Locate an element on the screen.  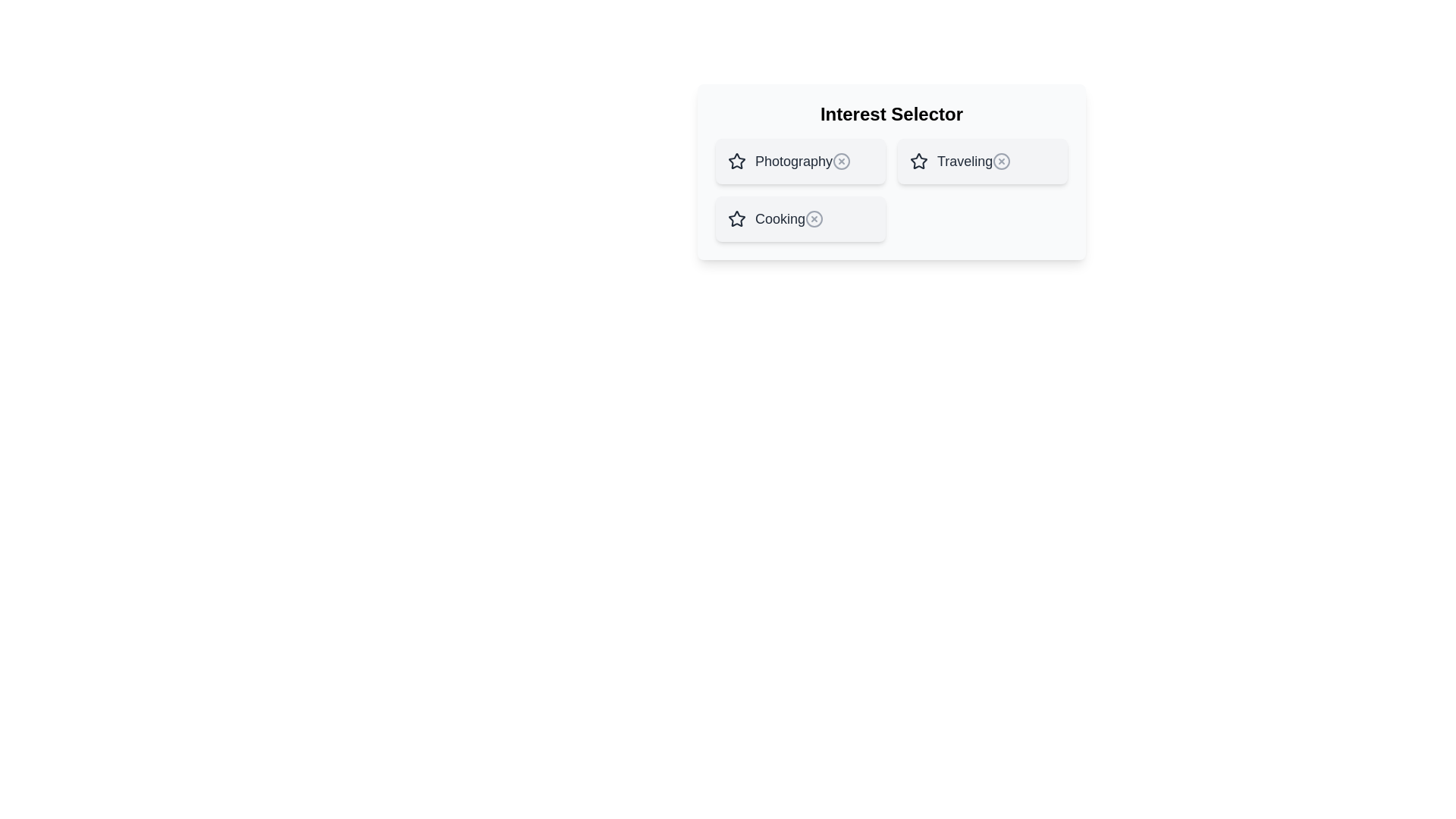
the item Cooking is located at coordinates (800, 219).